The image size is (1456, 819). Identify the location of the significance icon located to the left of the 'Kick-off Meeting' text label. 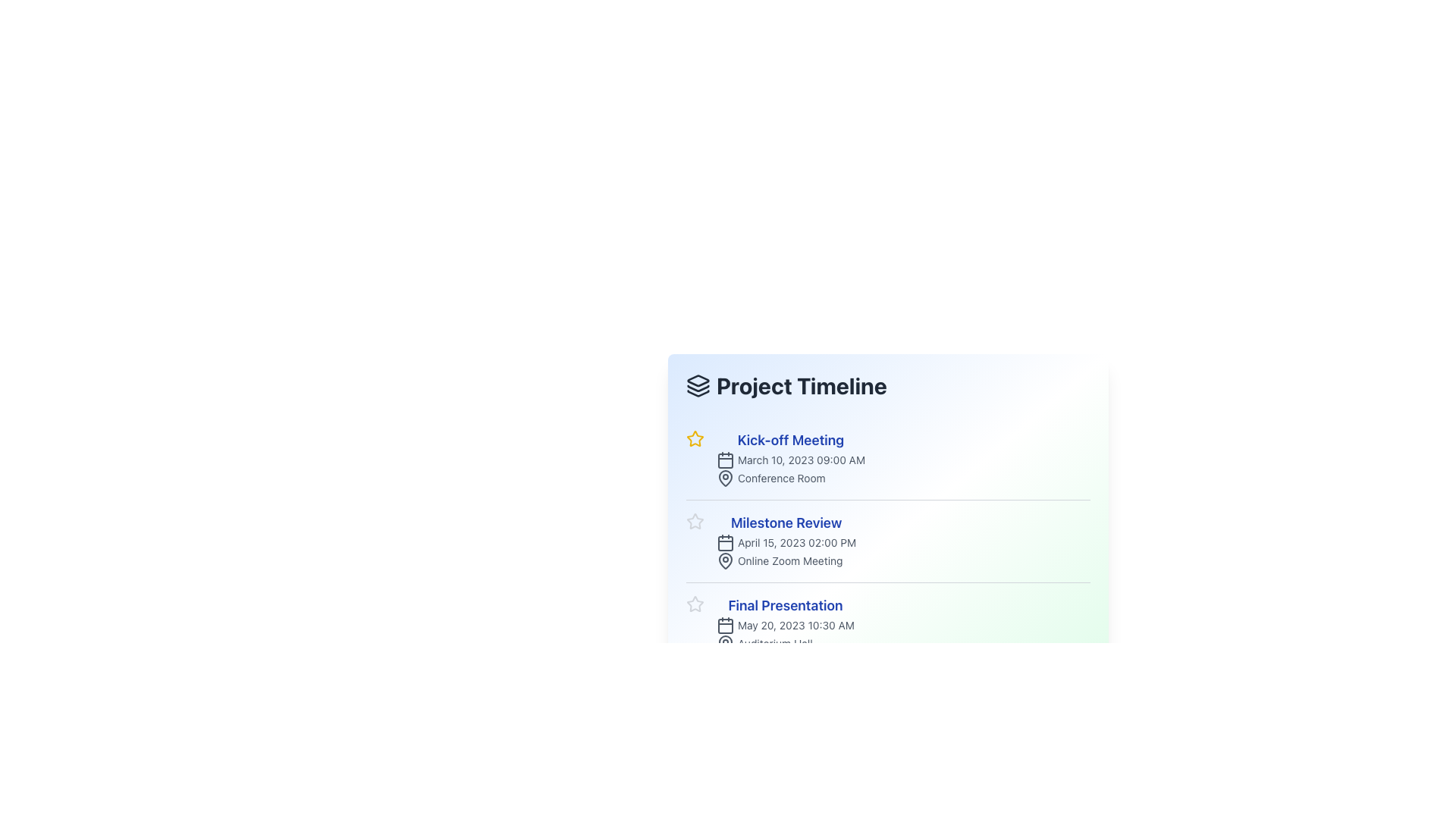
(694, 438).